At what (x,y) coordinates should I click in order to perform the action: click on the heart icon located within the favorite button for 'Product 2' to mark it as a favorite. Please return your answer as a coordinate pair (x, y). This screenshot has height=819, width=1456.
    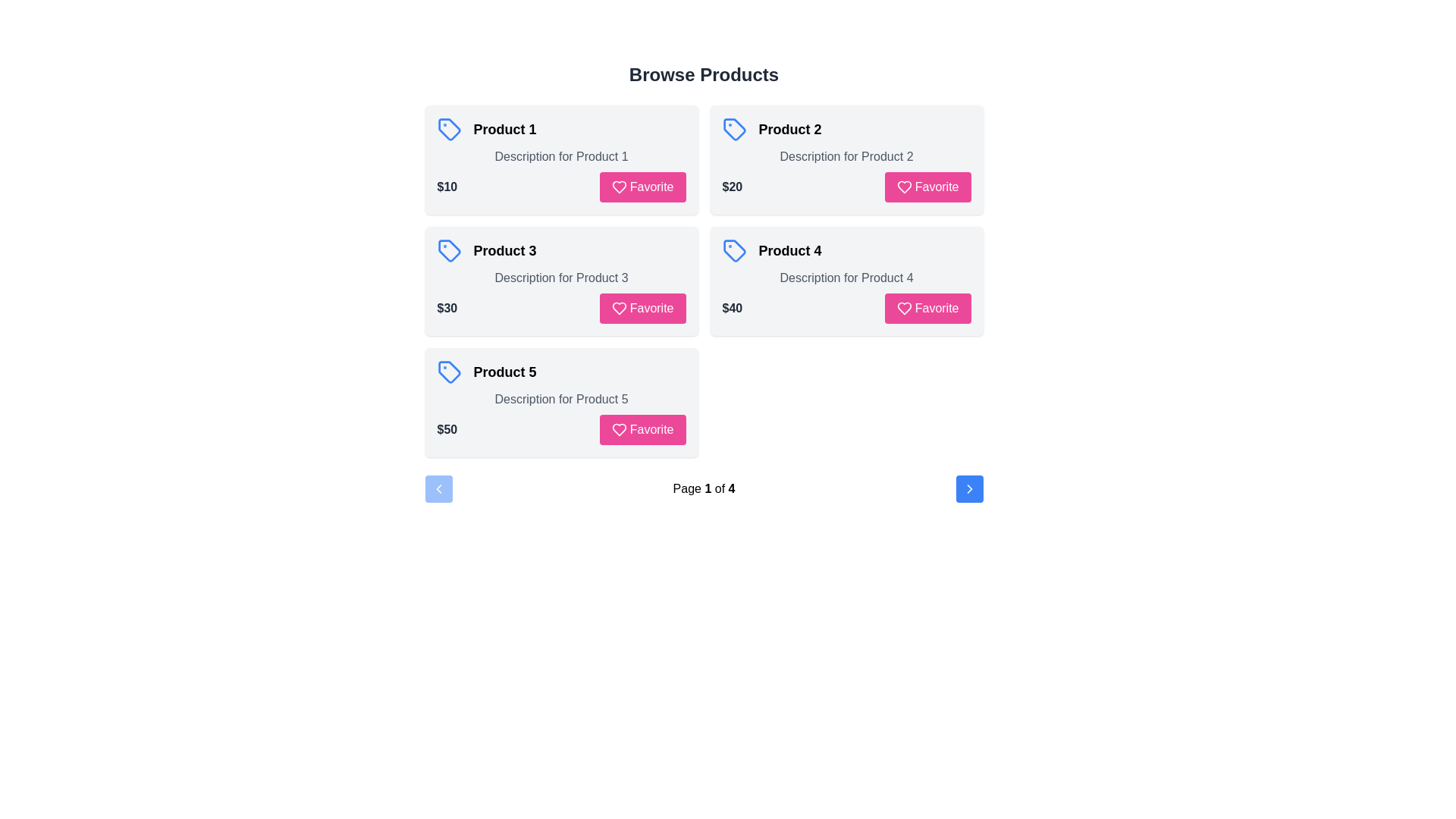
    Looking at the image, I should click on (904, 186).